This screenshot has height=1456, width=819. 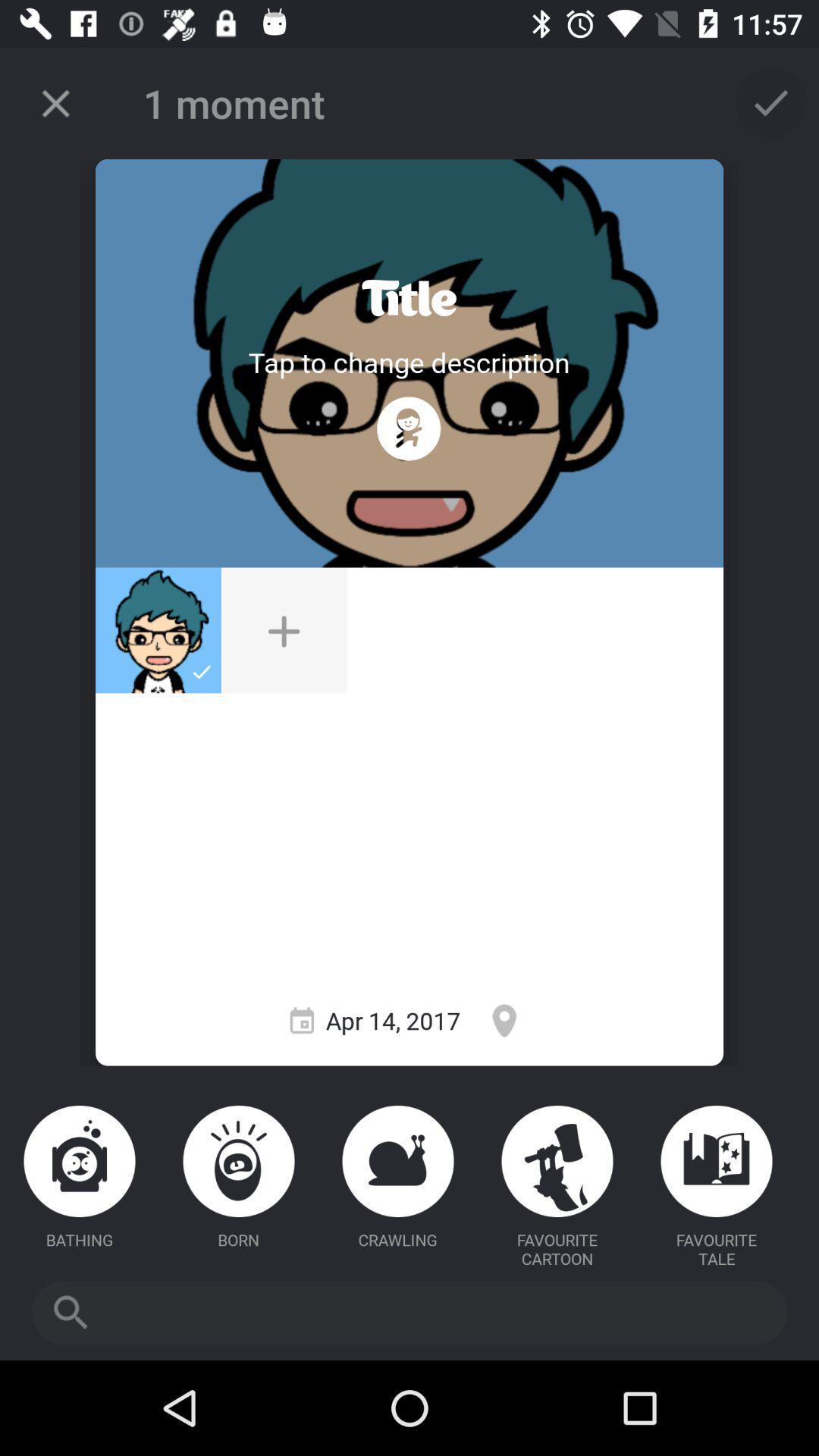 I want to click on the icon next to 1 moment, so click(x=55, y=102).